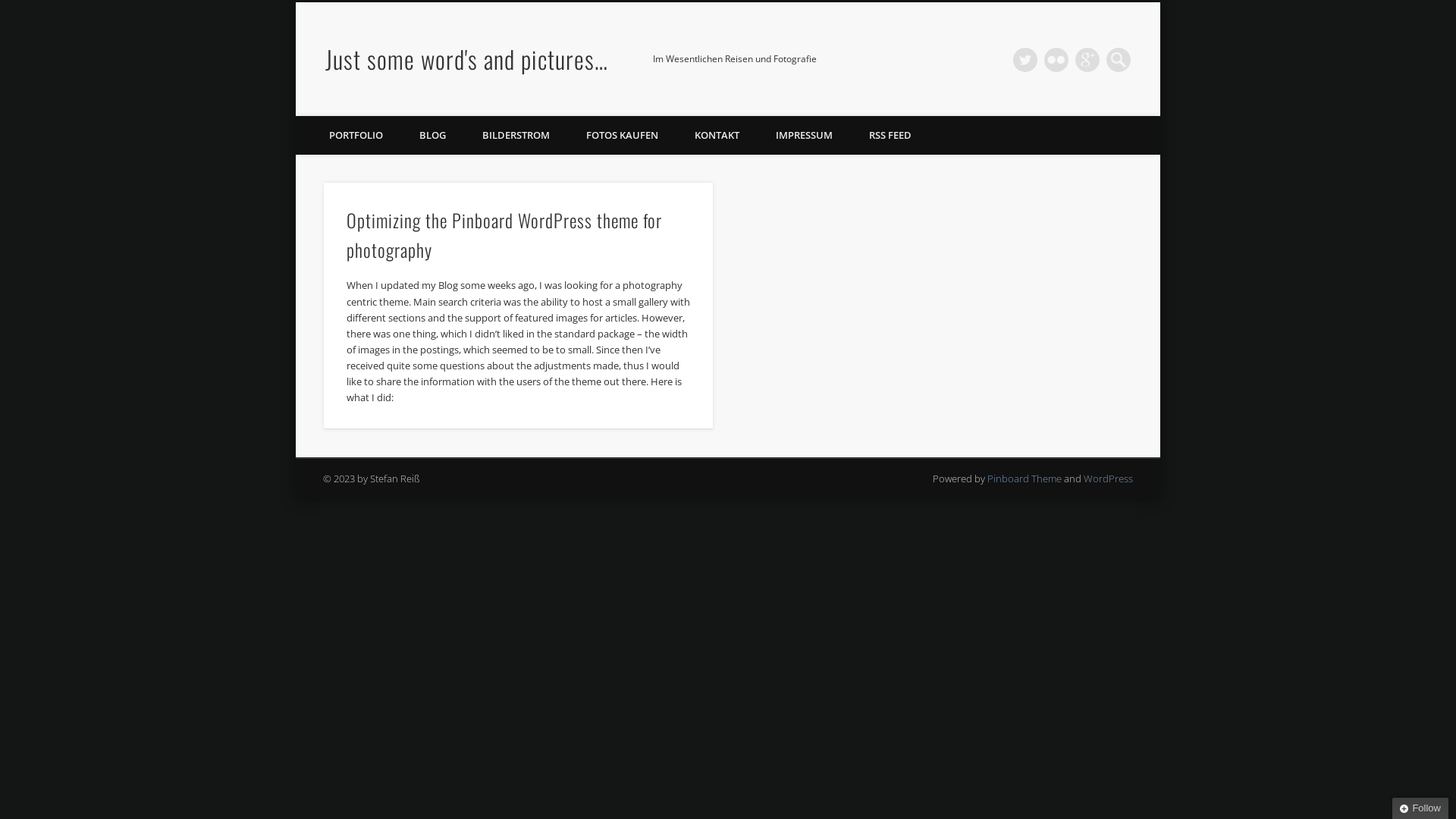  Describe the element at coordinates (1083, 479) in the screenshot. I see `'WordPress'` at that location.